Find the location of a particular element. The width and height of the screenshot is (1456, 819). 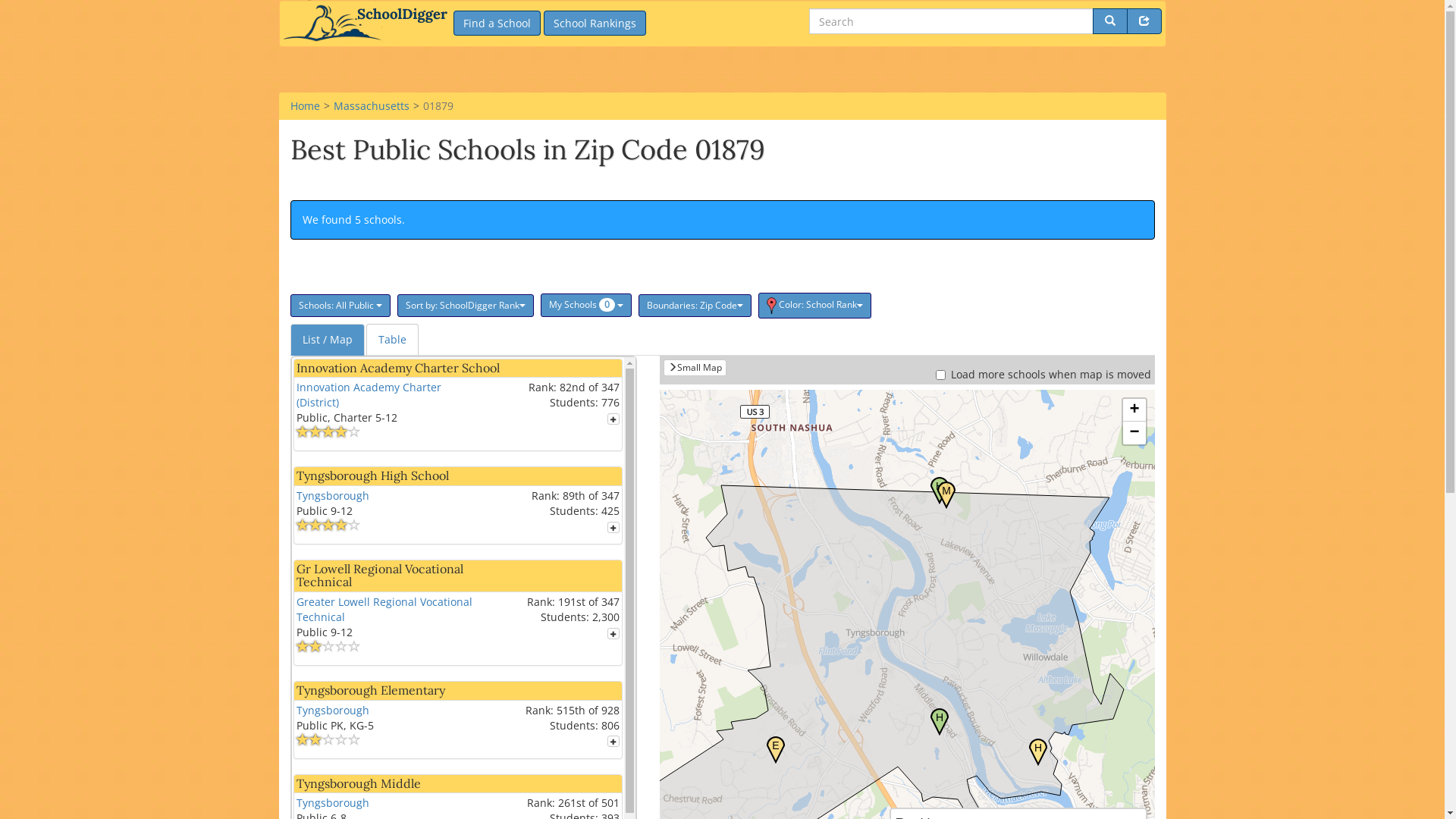

'School Rankings' is located at coordinates (593, 23).